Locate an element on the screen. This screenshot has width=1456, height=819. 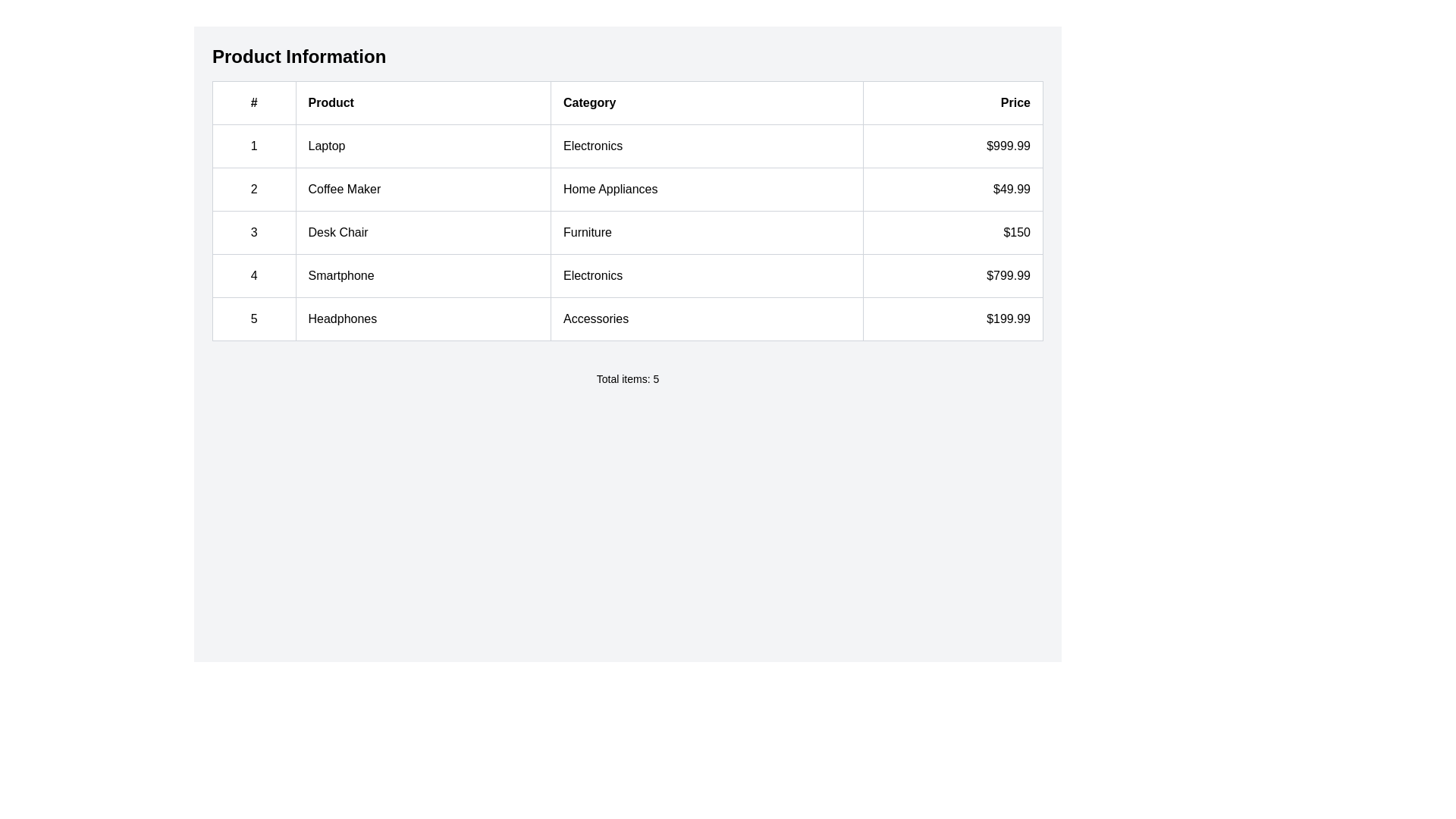
bold, large-sized text 'Product Information' displayed at the top of the section is located at coordinates (299, 55).